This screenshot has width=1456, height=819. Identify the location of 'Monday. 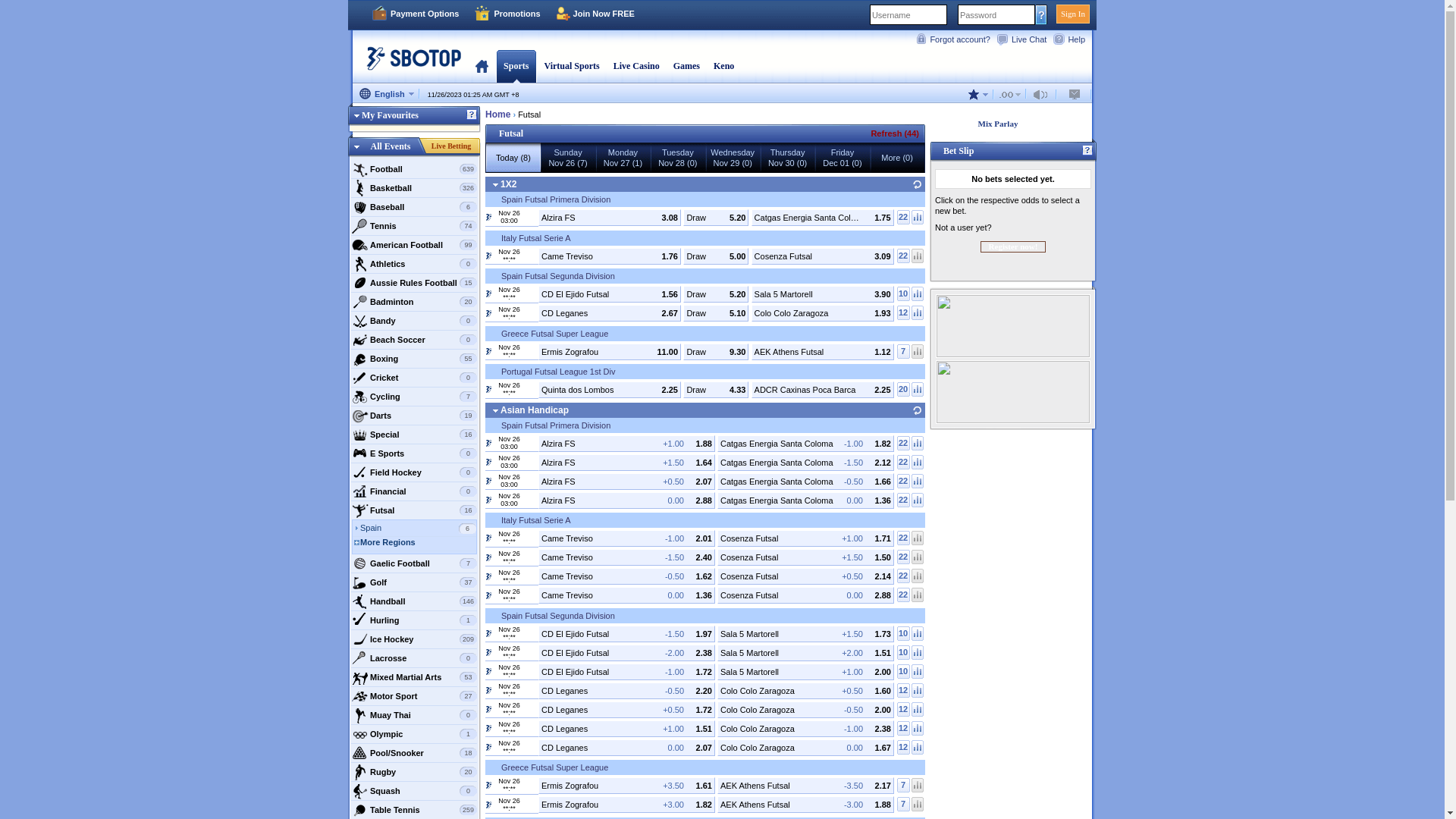
(622, 158).